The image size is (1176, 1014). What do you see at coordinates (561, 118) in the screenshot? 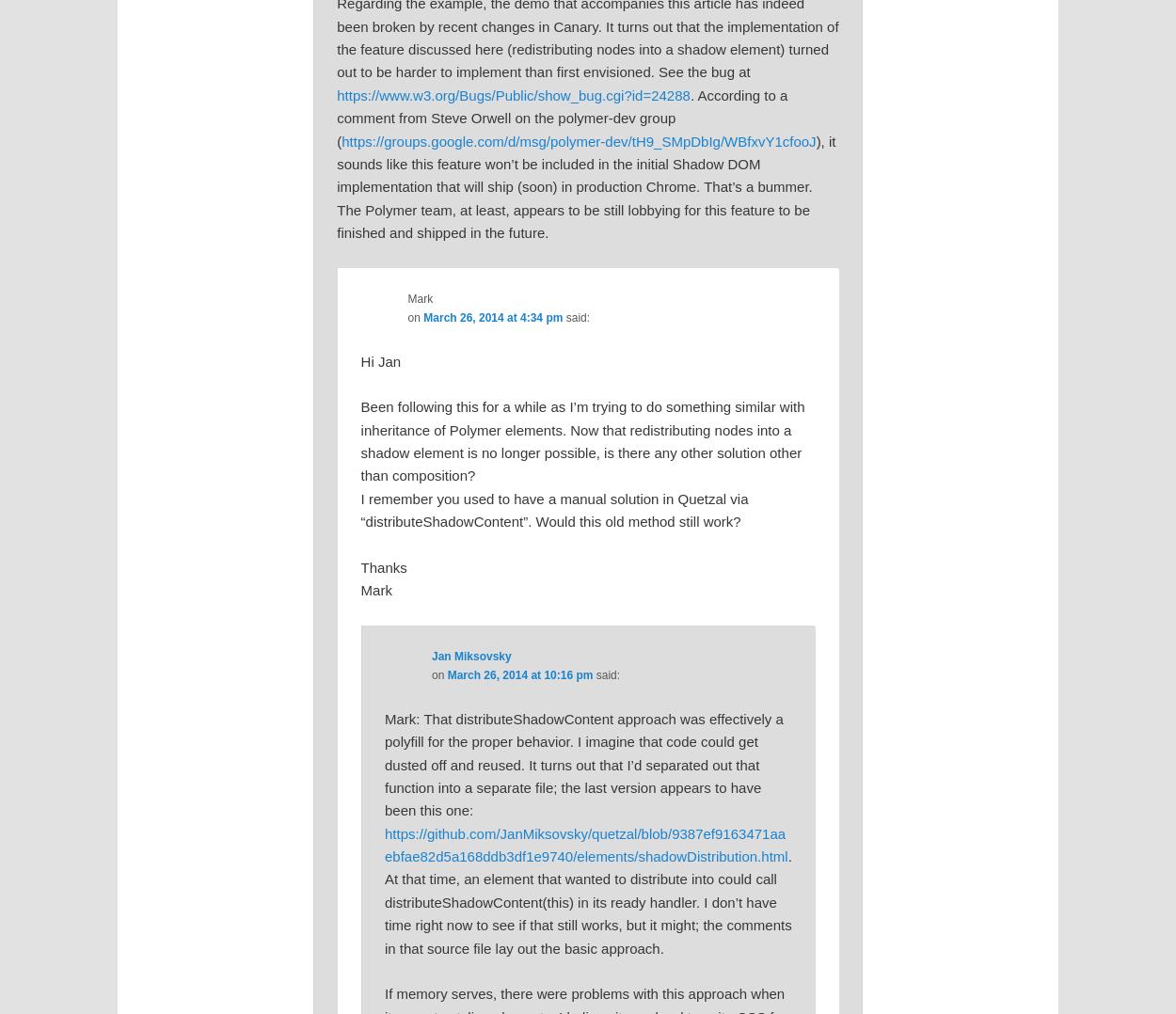
I see `'. According to a comment from Steve Orwell on the polymer-dev group ('` at bounding box center [561, 118].